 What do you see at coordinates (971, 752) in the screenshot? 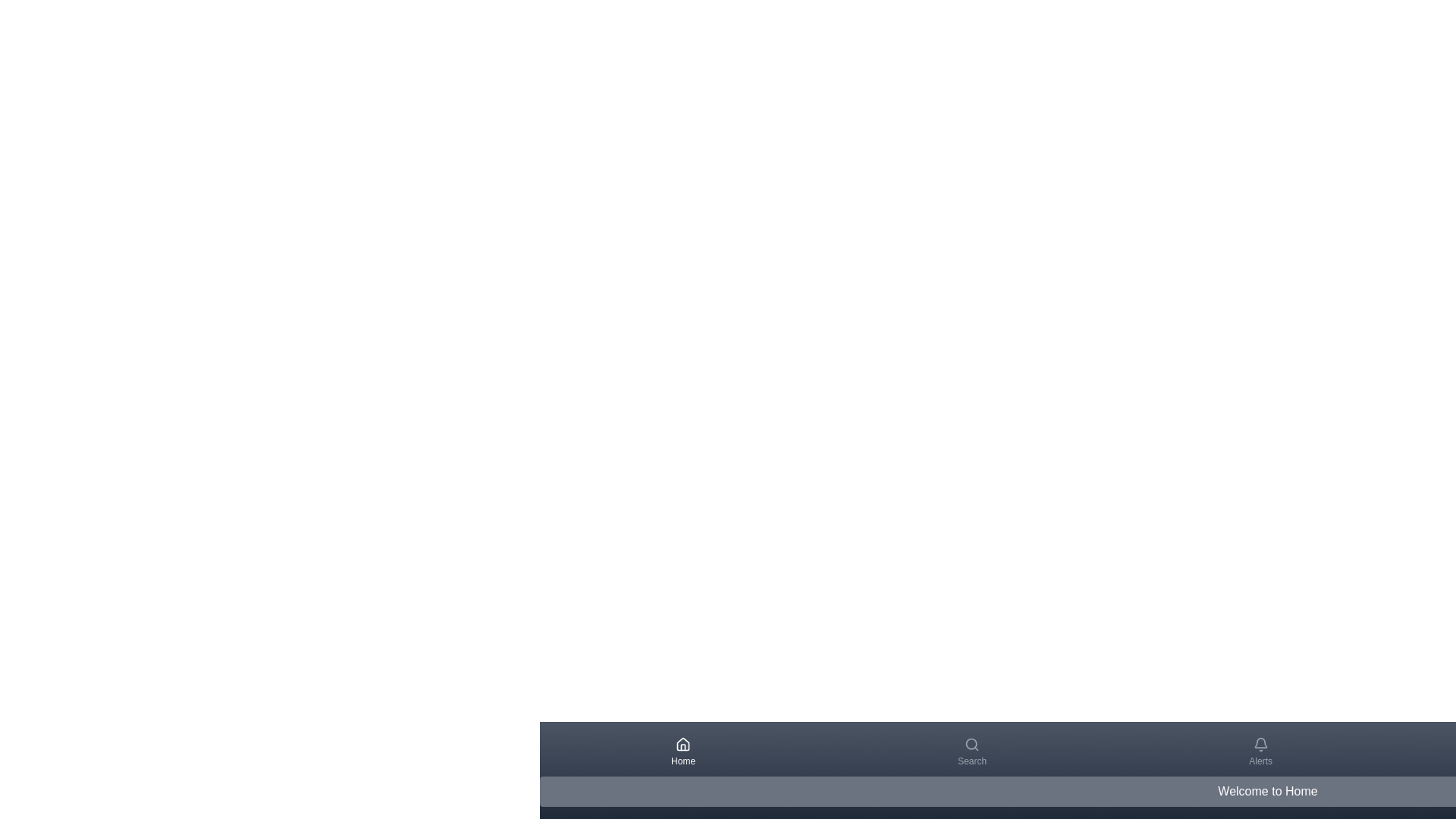
I see `the Search tab icon to see the hover effect` at bounding box center [971, 752].